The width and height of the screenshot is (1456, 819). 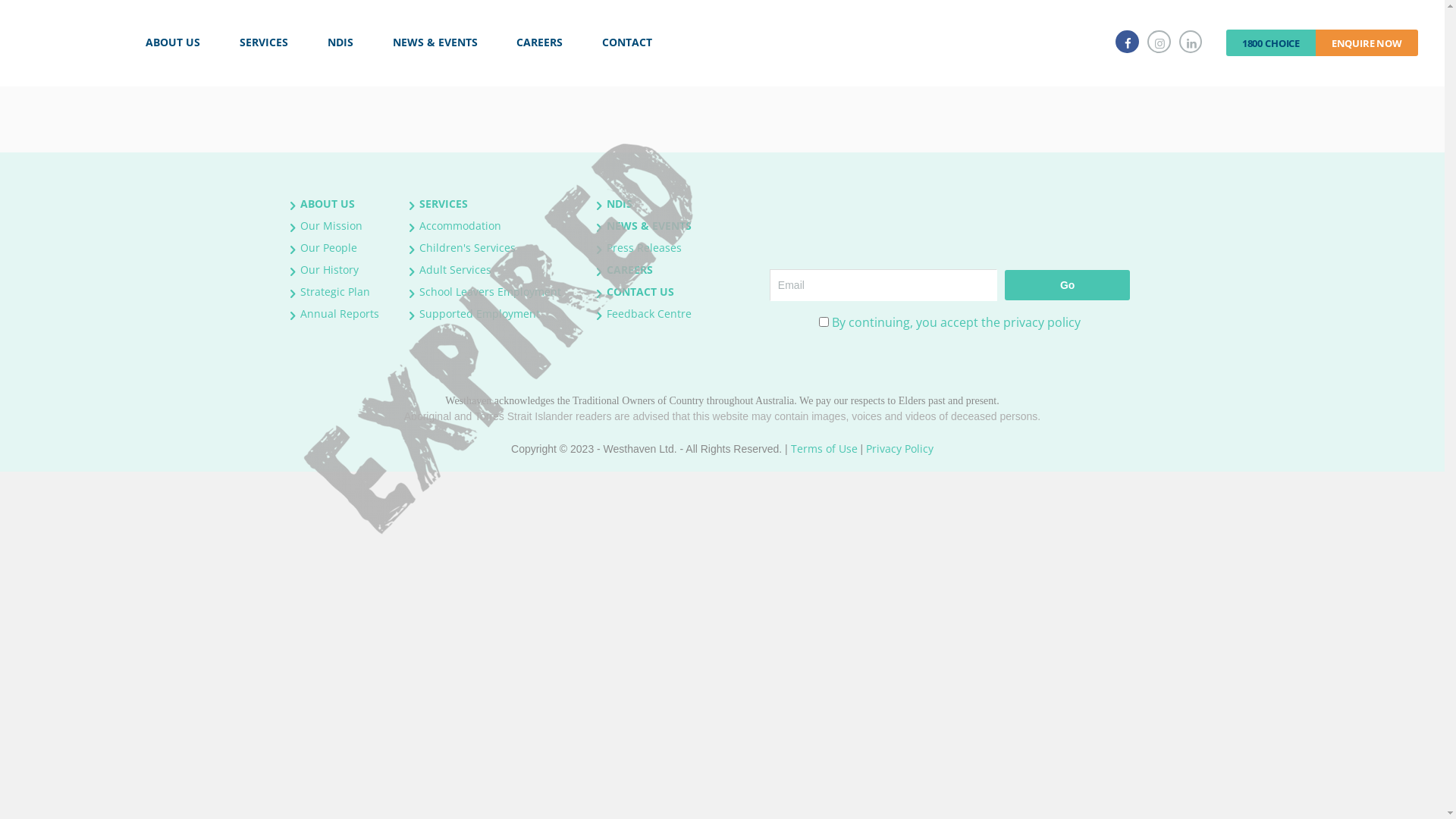 What do you see at coordinates (955, 321) in the screenshot?
I see `'By continuing, you accept the privacy policy'` at bounding box center [955, 321].